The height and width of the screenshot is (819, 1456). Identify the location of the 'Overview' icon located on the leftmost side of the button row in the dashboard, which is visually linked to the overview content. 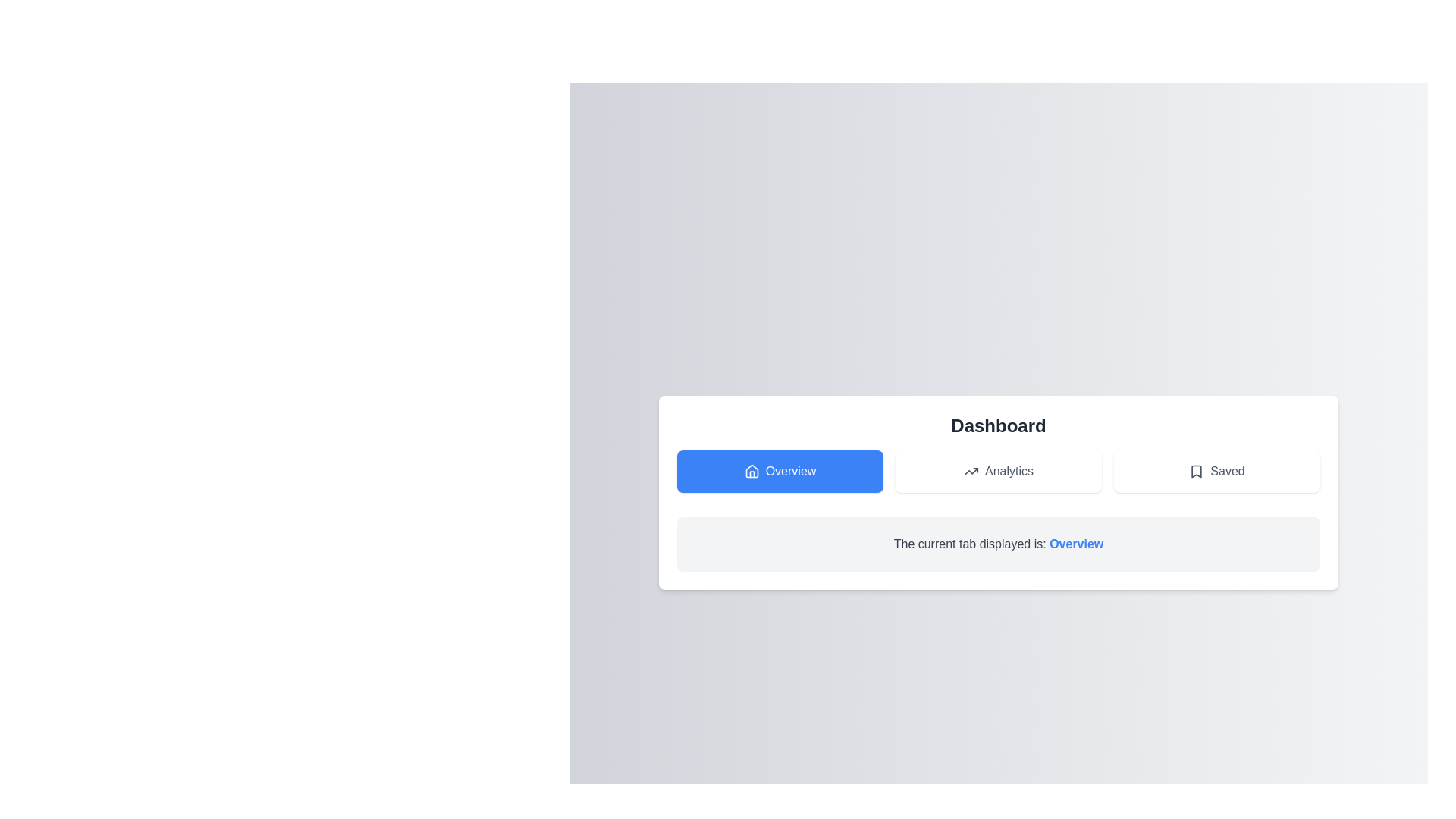
(752, 470).